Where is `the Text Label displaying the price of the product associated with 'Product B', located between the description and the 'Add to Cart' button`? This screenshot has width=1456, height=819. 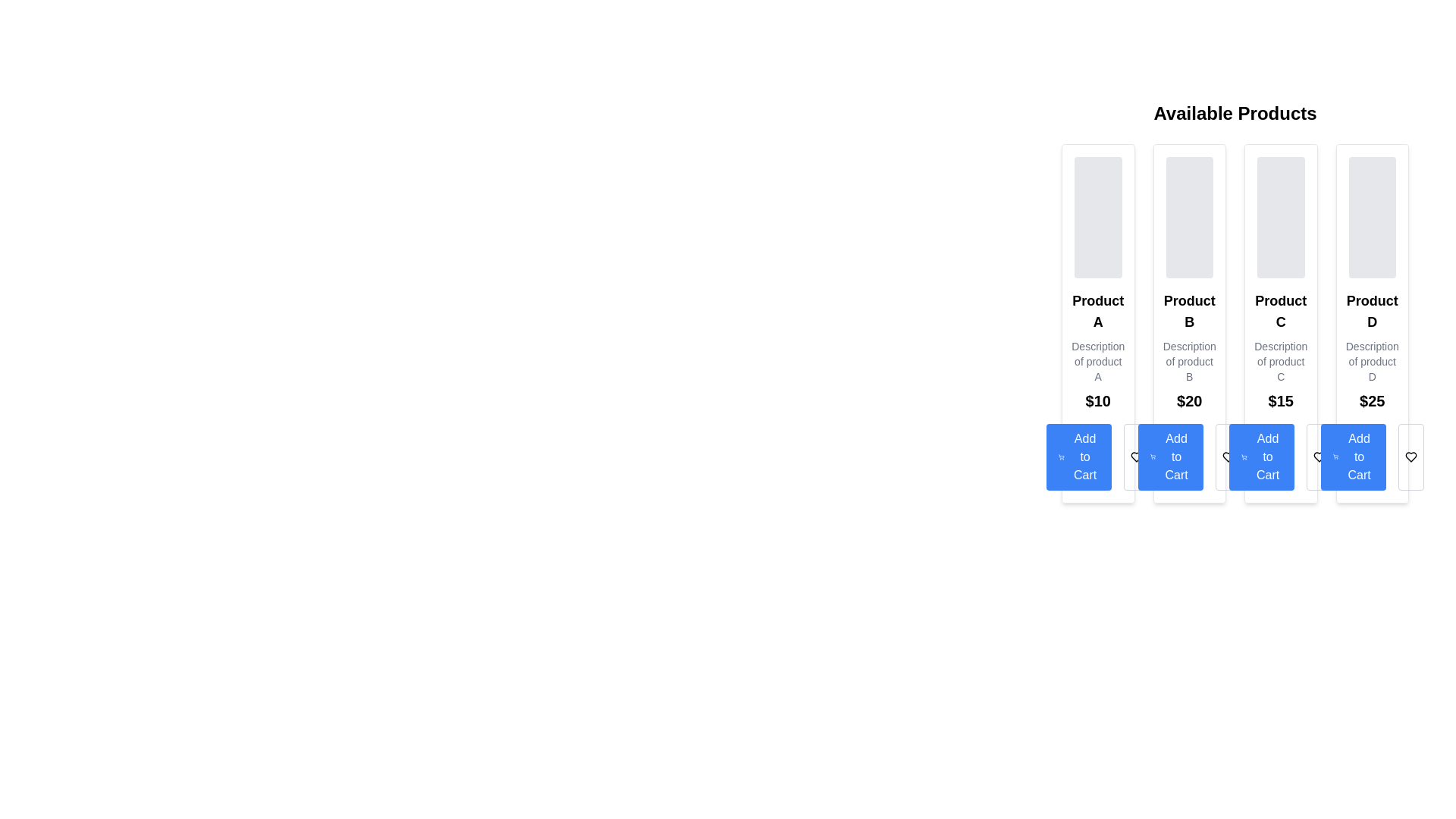 the Text Label displaying the price of the product associated with 'Product B', located between the description and the 'Add to Cart' button is located at coordinates (1188, 400).